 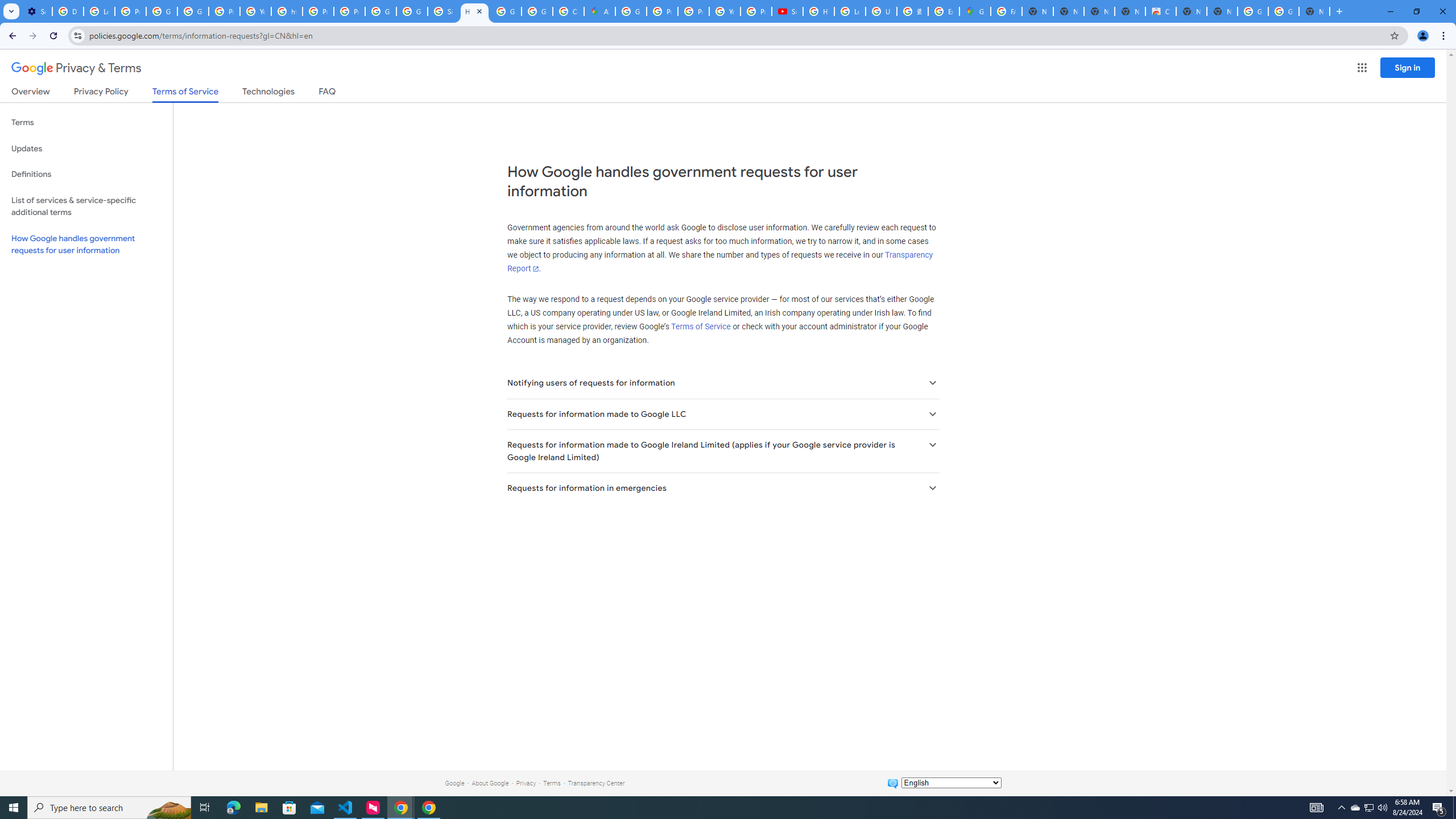 I want to click on 'Google Images', so click(x=1252, y=11).